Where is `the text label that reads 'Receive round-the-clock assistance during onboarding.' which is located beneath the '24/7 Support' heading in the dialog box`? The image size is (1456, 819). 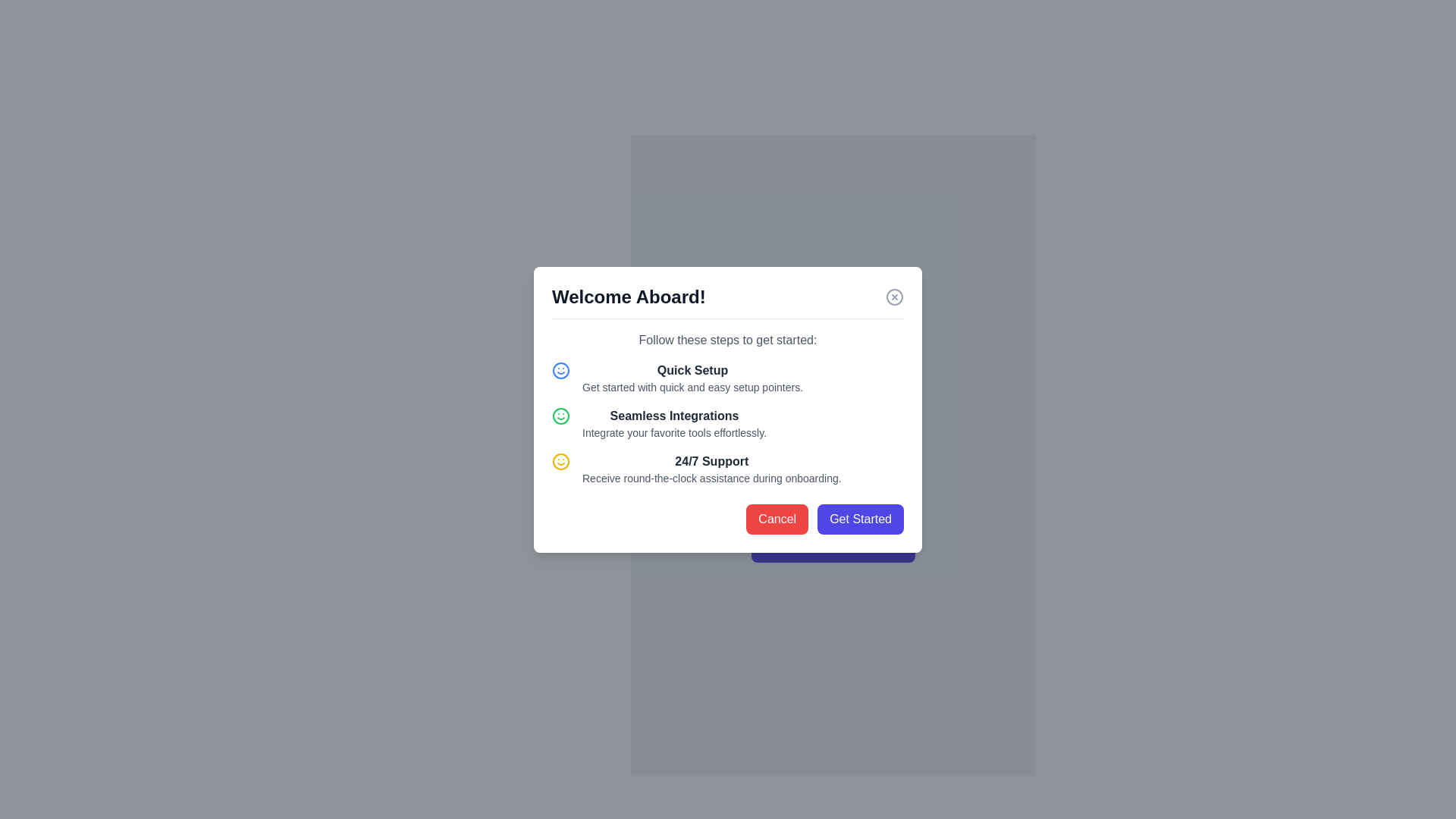
the text label that reads 'Receive round-the-clock assistance during onboarding.' which is located beneath the '24/7 Support' heading in the dialog box is located at coordinates (711, 478).